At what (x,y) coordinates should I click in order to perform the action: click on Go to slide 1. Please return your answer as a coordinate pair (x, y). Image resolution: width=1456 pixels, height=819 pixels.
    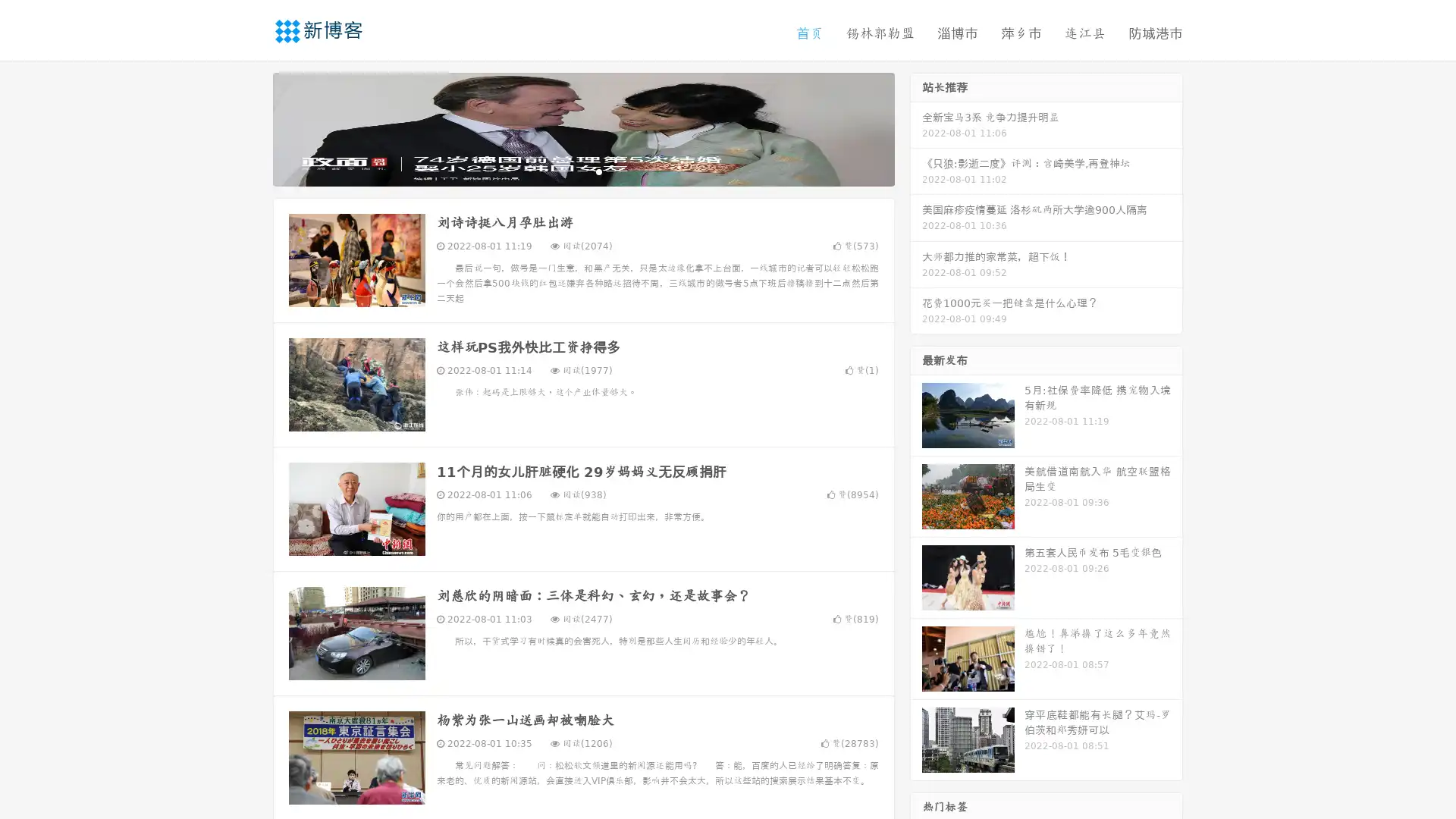
    Looking at the image, I should click on (567, 171).